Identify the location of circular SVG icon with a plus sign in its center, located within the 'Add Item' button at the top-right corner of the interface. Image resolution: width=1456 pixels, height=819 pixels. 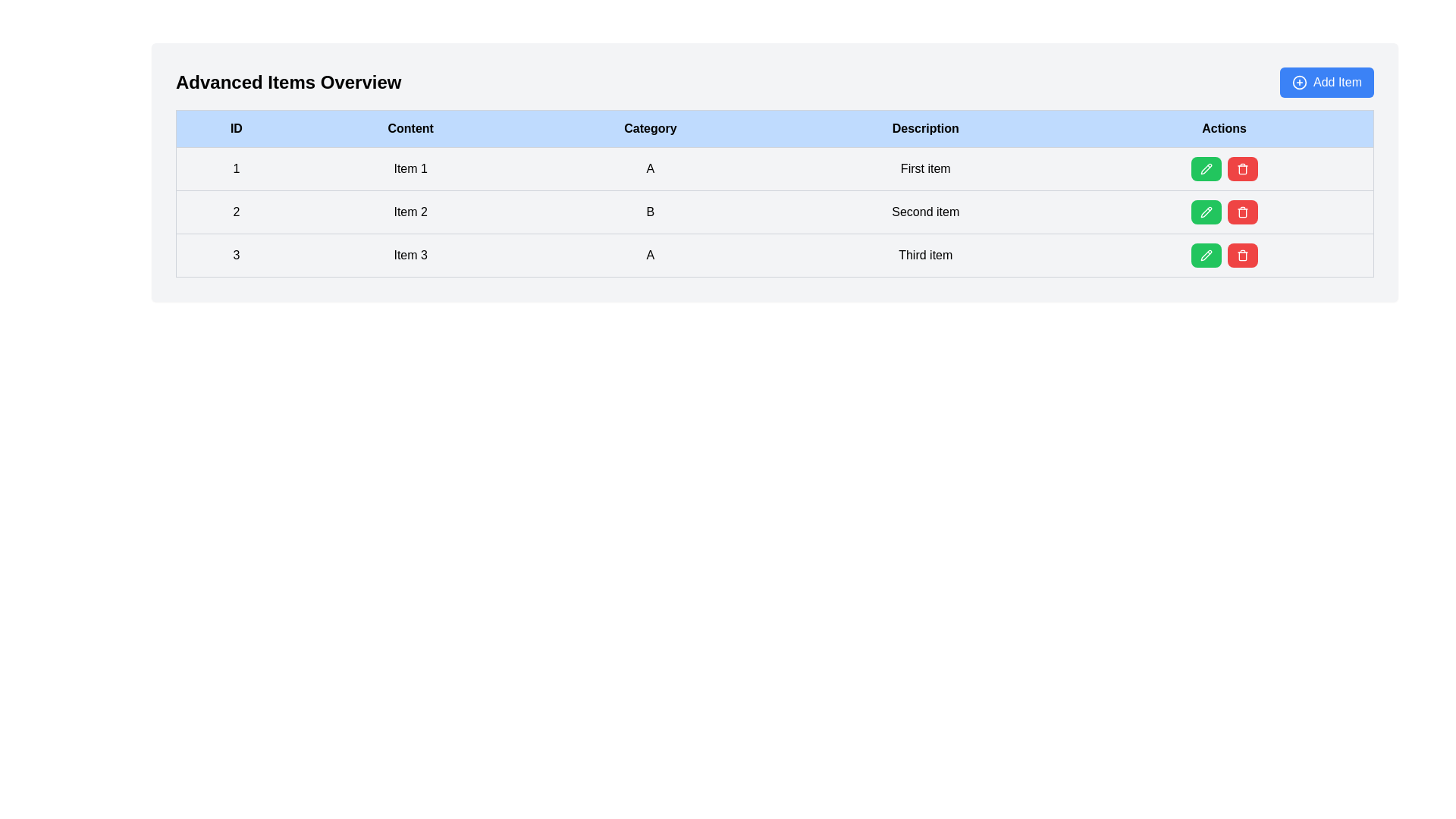
(1298, 82).